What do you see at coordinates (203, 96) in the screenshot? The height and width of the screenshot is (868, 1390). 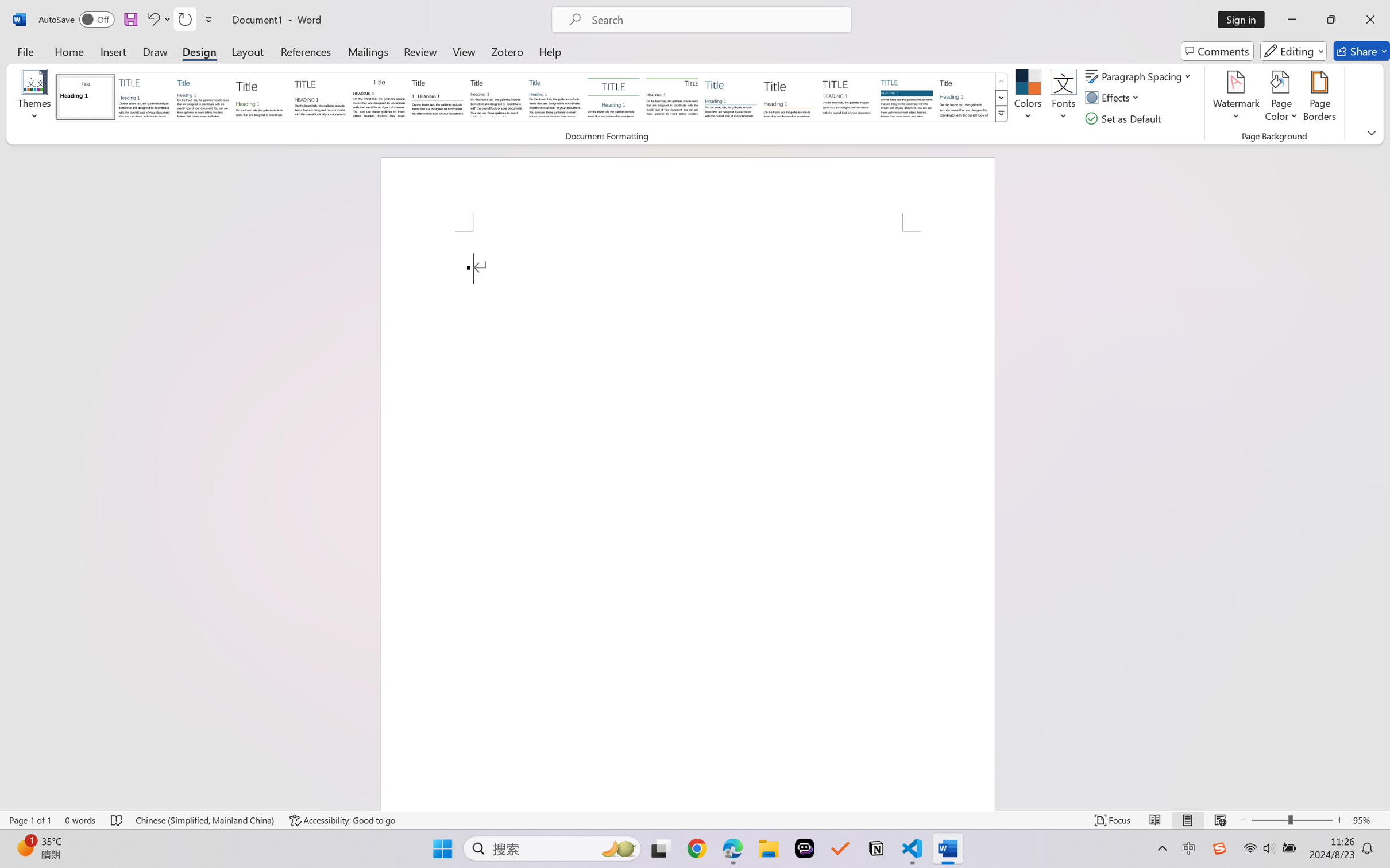 I see `'Basic (Simple)'` at bounding box center [203, 96].